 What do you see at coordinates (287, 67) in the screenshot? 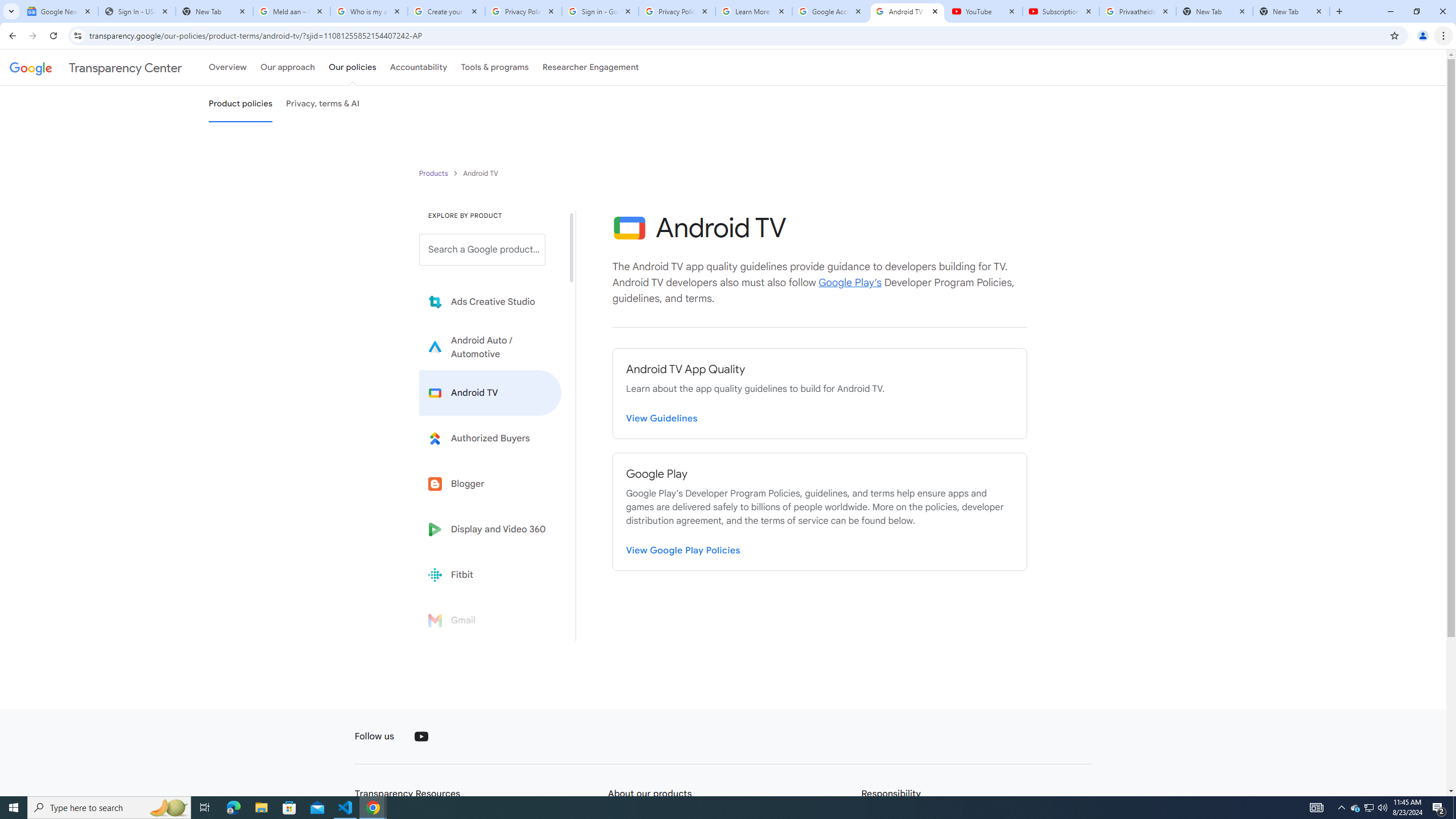
I see `'Our approach'` at bounding box center [287, 67].